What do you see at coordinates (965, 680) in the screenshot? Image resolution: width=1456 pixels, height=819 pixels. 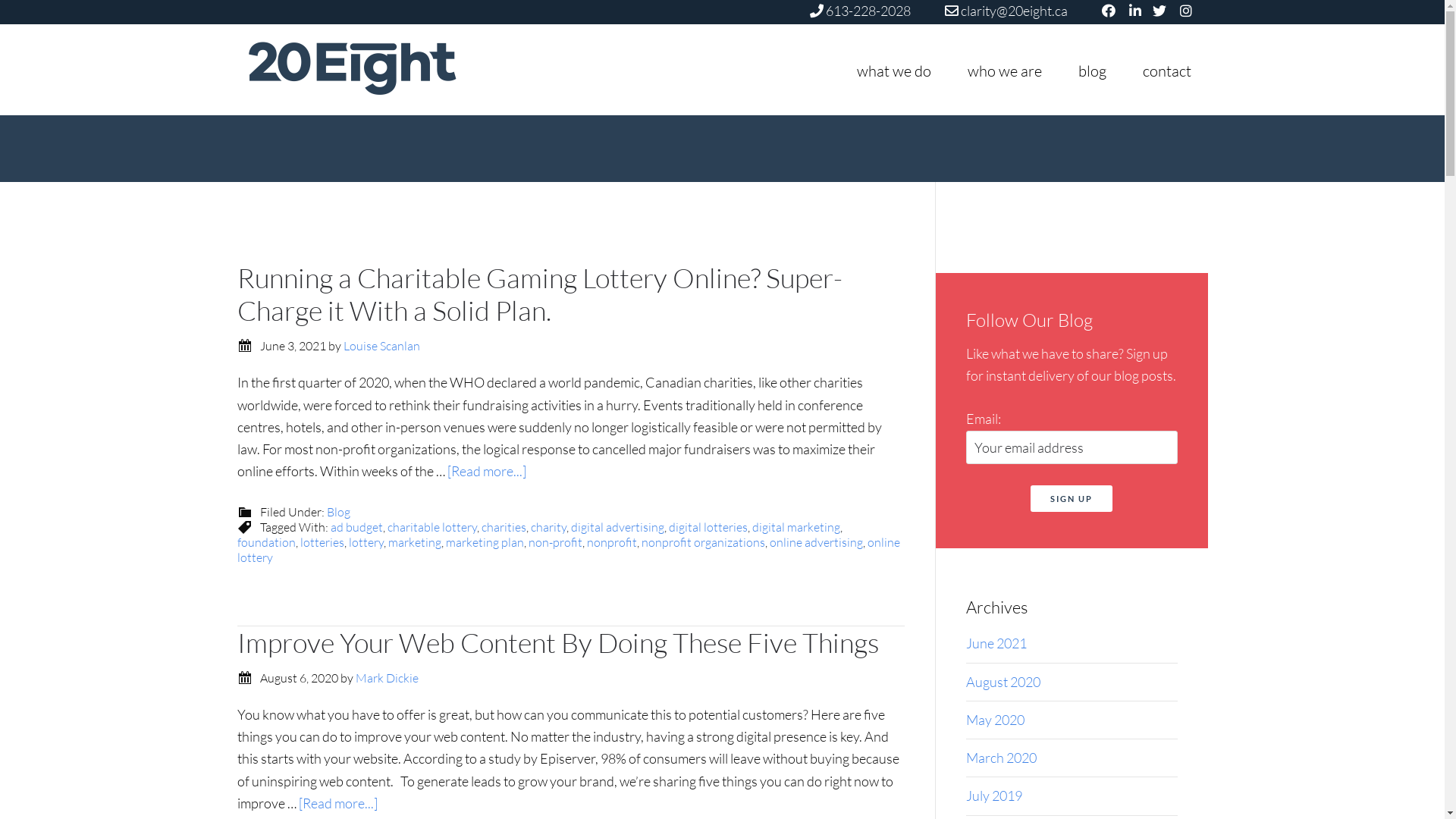 I see `'August 2020'` at bounding box center [965, 680].